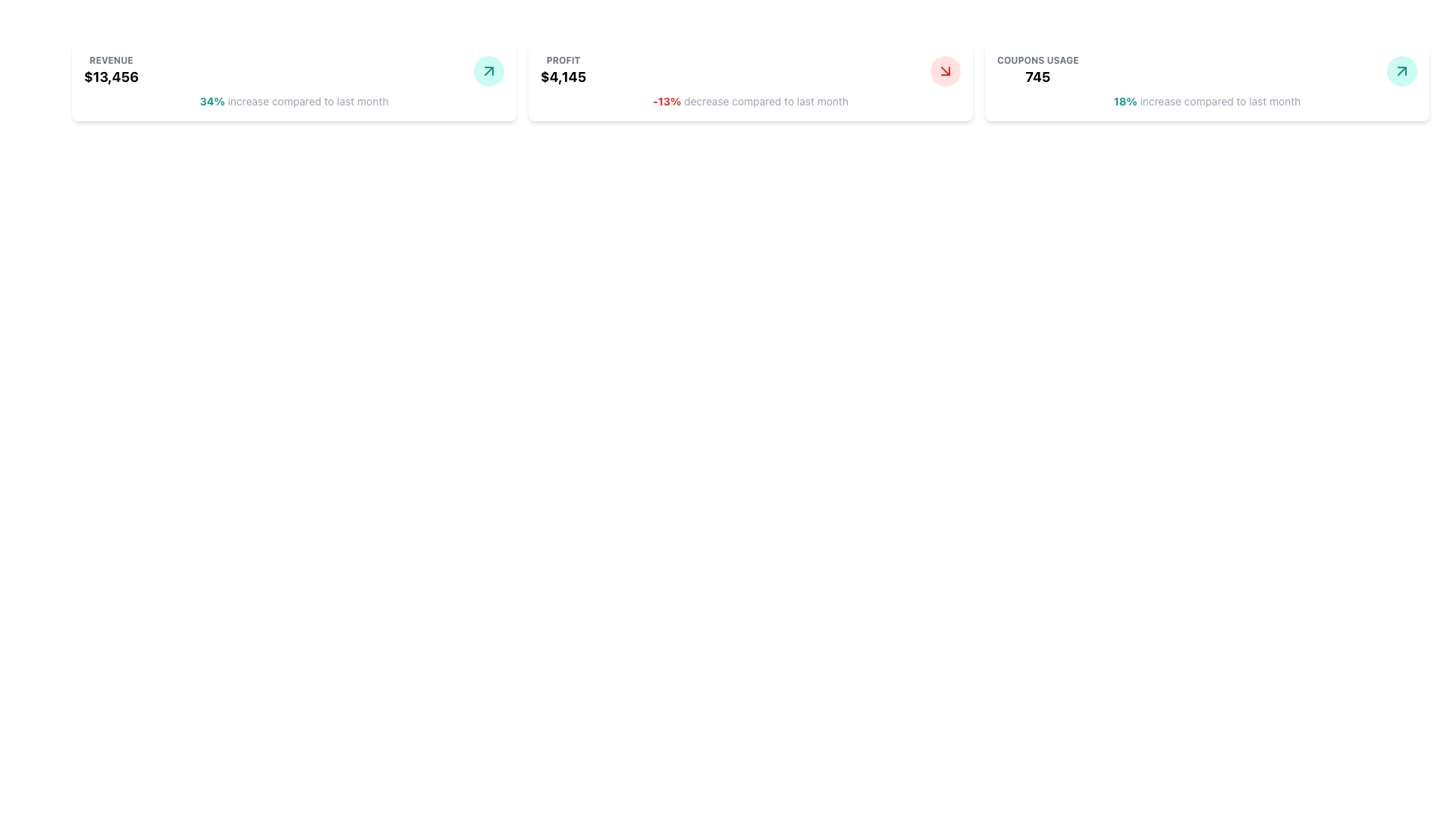 The width and height of the screenshot is (1456, 819). Describe the element at coordinates (945, 71) in the screenshot. I see `the red downward-right arrow icon located in the upper-right corner of the second card from the left` at that location.